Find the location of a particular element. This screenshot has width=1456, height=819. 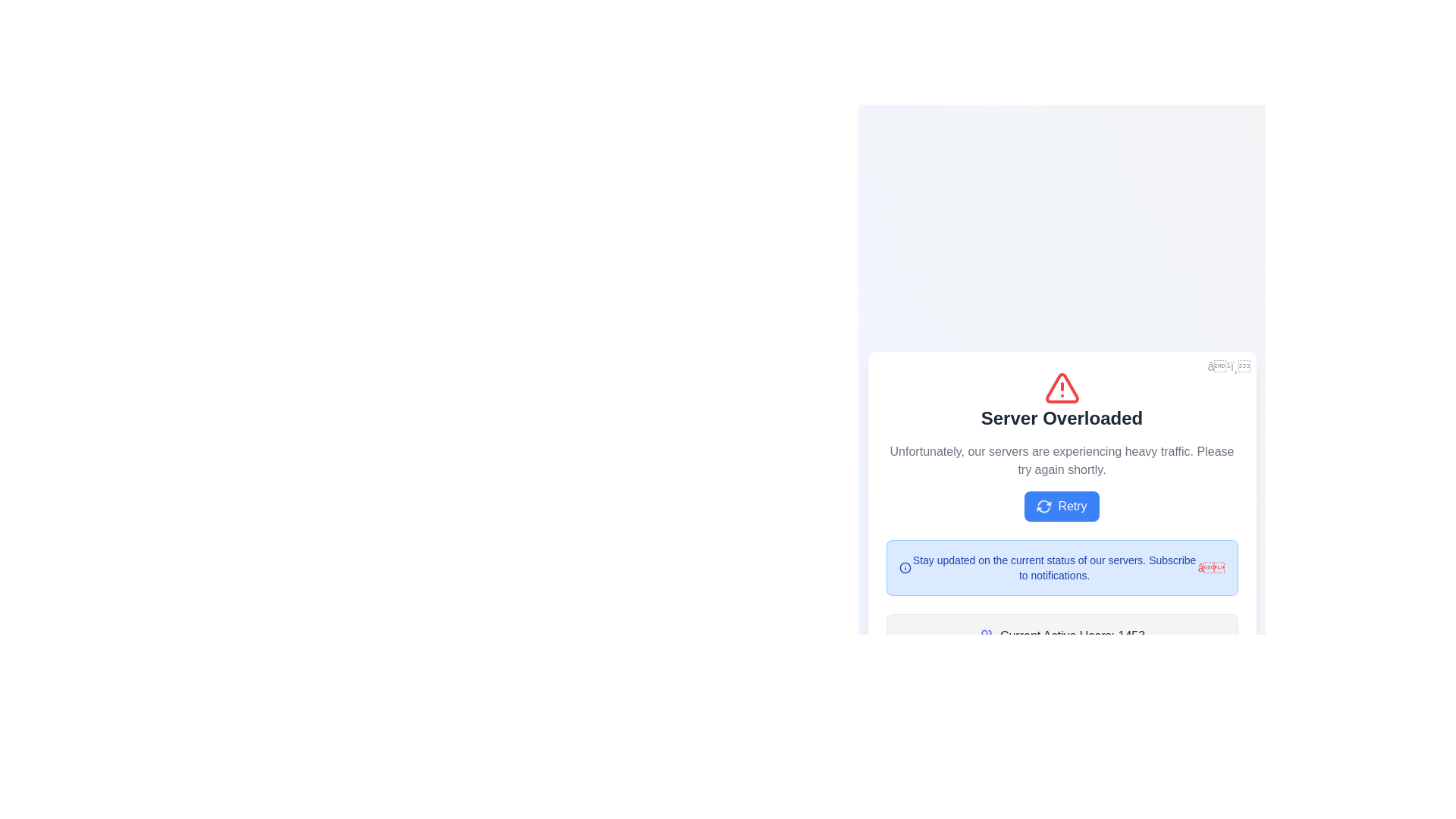

the circular blue icon with an 'i' symbol, located at the beginning of the notification message in the light blue card is located at coordinates (905, 567).